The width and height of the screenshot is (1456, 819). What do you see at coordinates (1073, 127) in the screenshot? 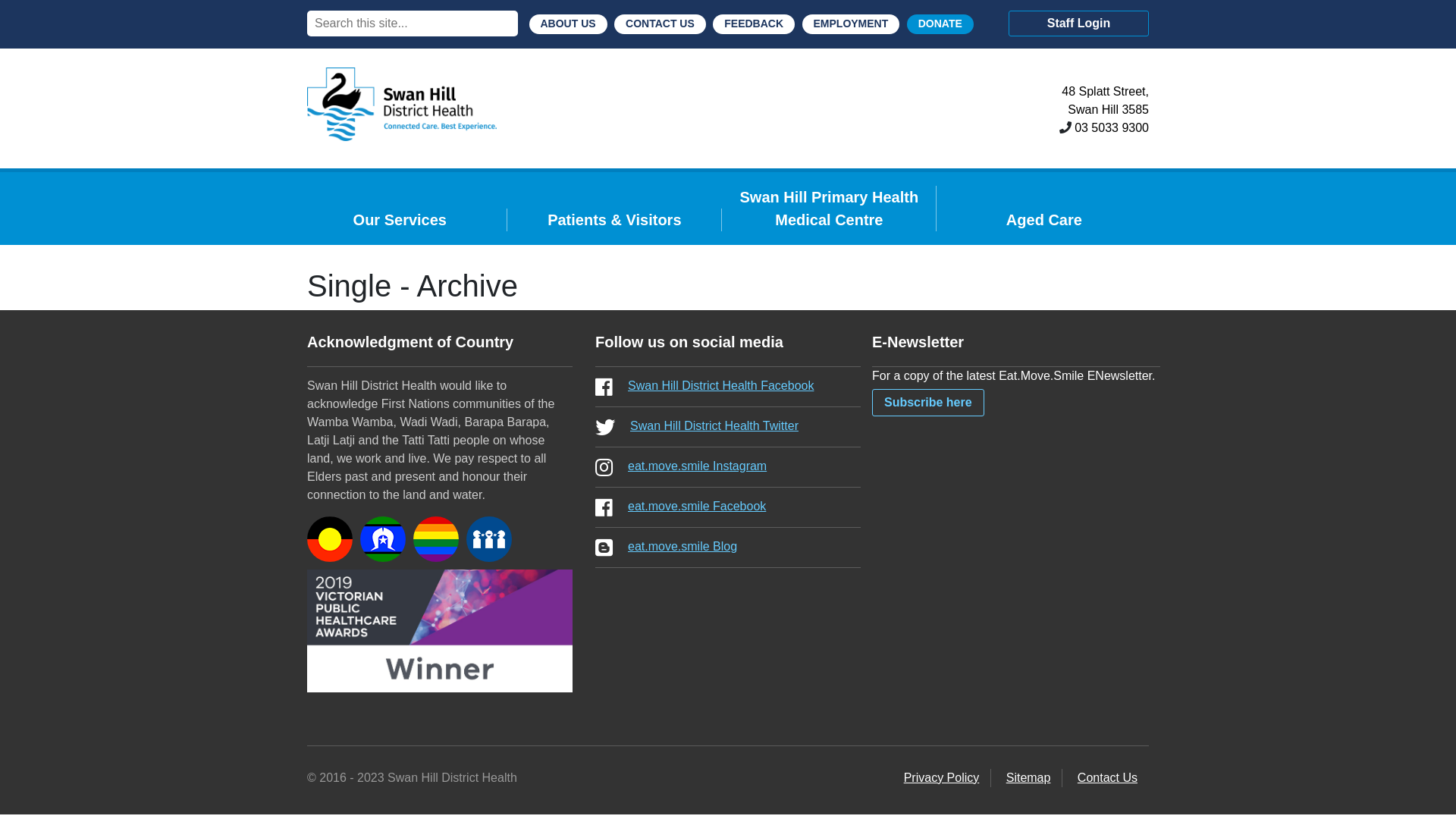
I see `'03 5033 9300'` at bounding box center [1073, 127].